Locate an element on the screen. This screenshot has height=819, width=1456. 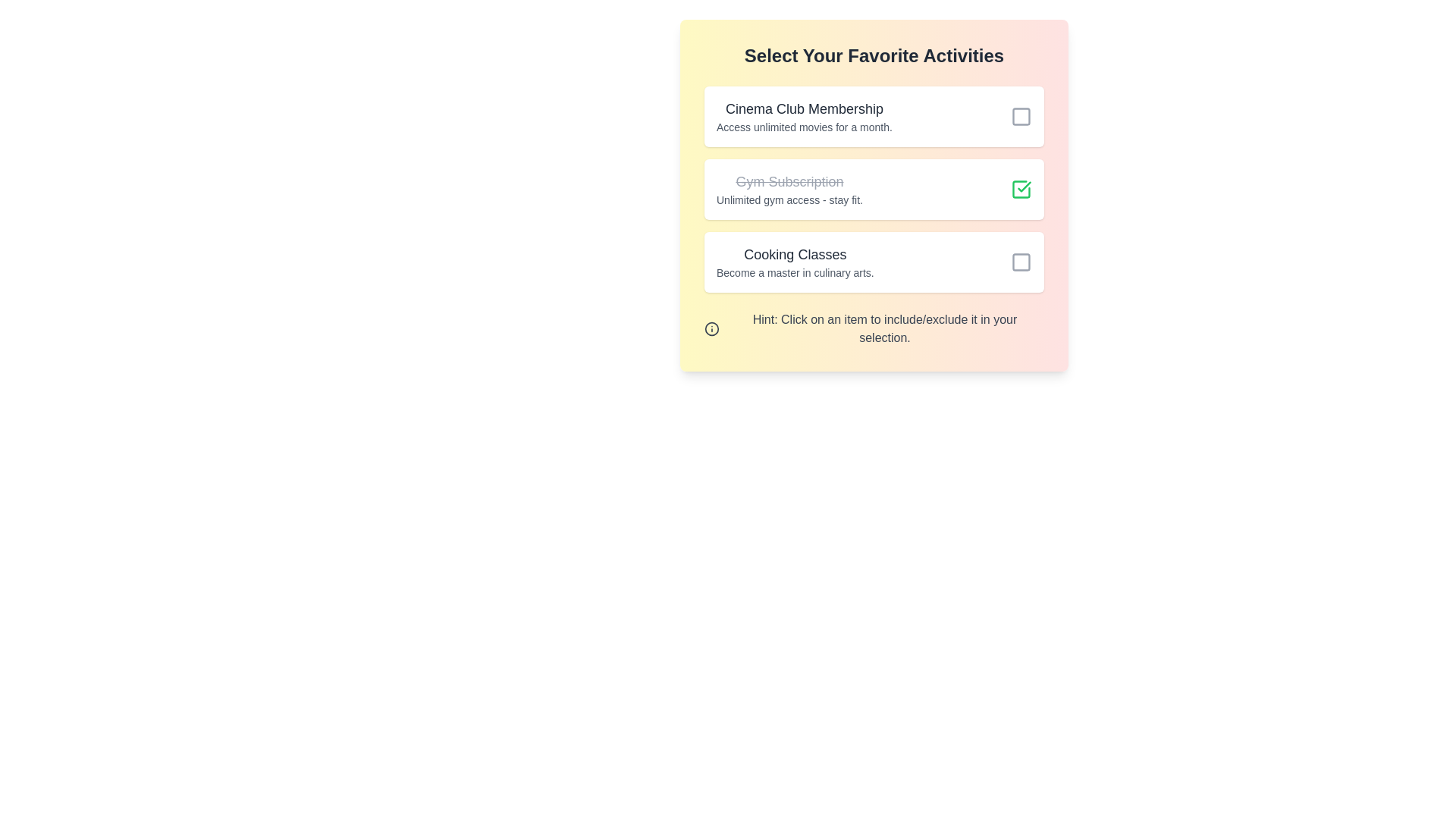
the 'Gym Subscription' selectable tile is located at coordinates (874, 189).